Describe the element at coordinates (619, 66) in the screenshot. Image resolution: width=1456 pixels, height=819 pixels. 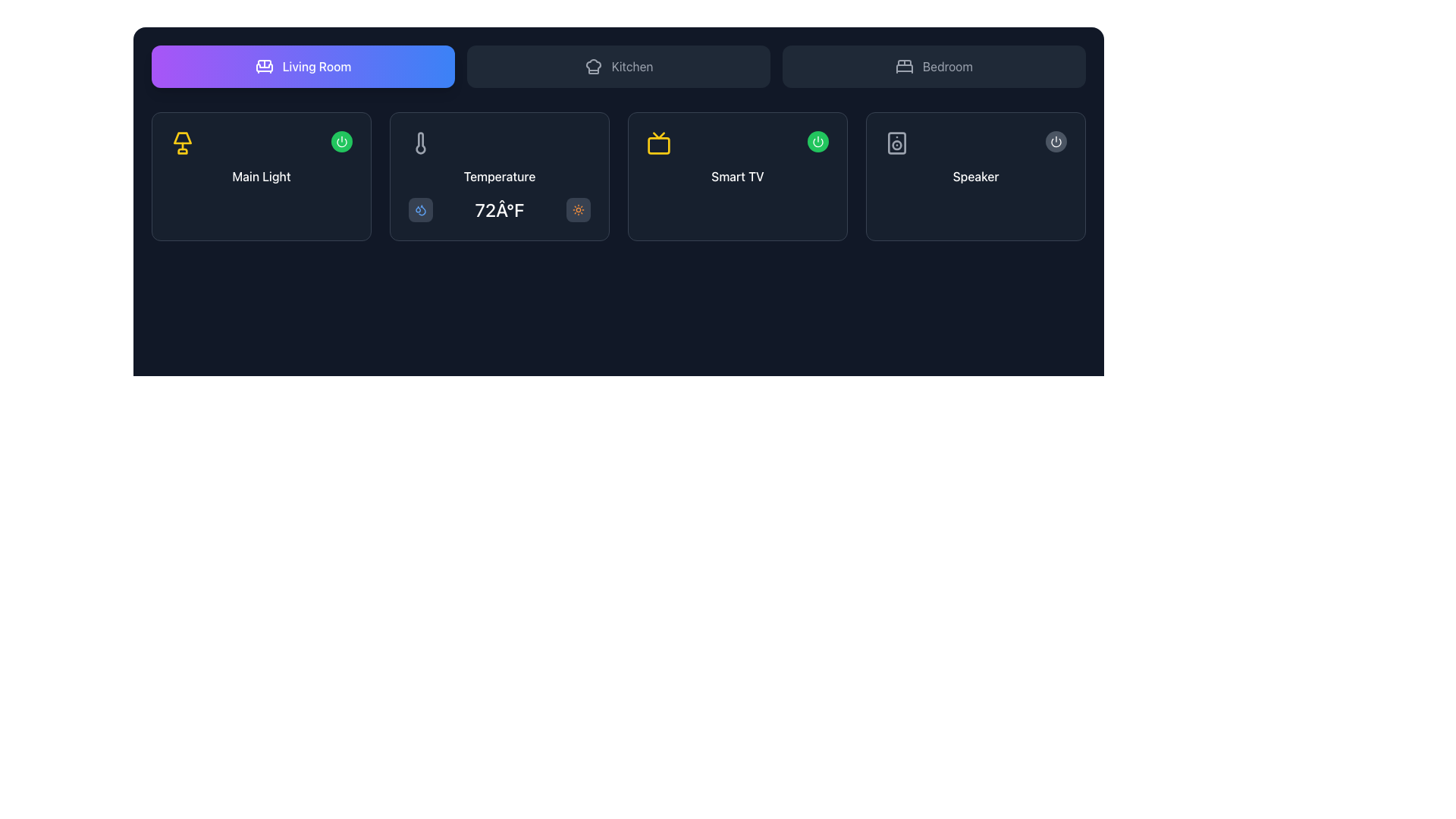
I see `the 'Kitchen' card in the interactive selection section` at that location.